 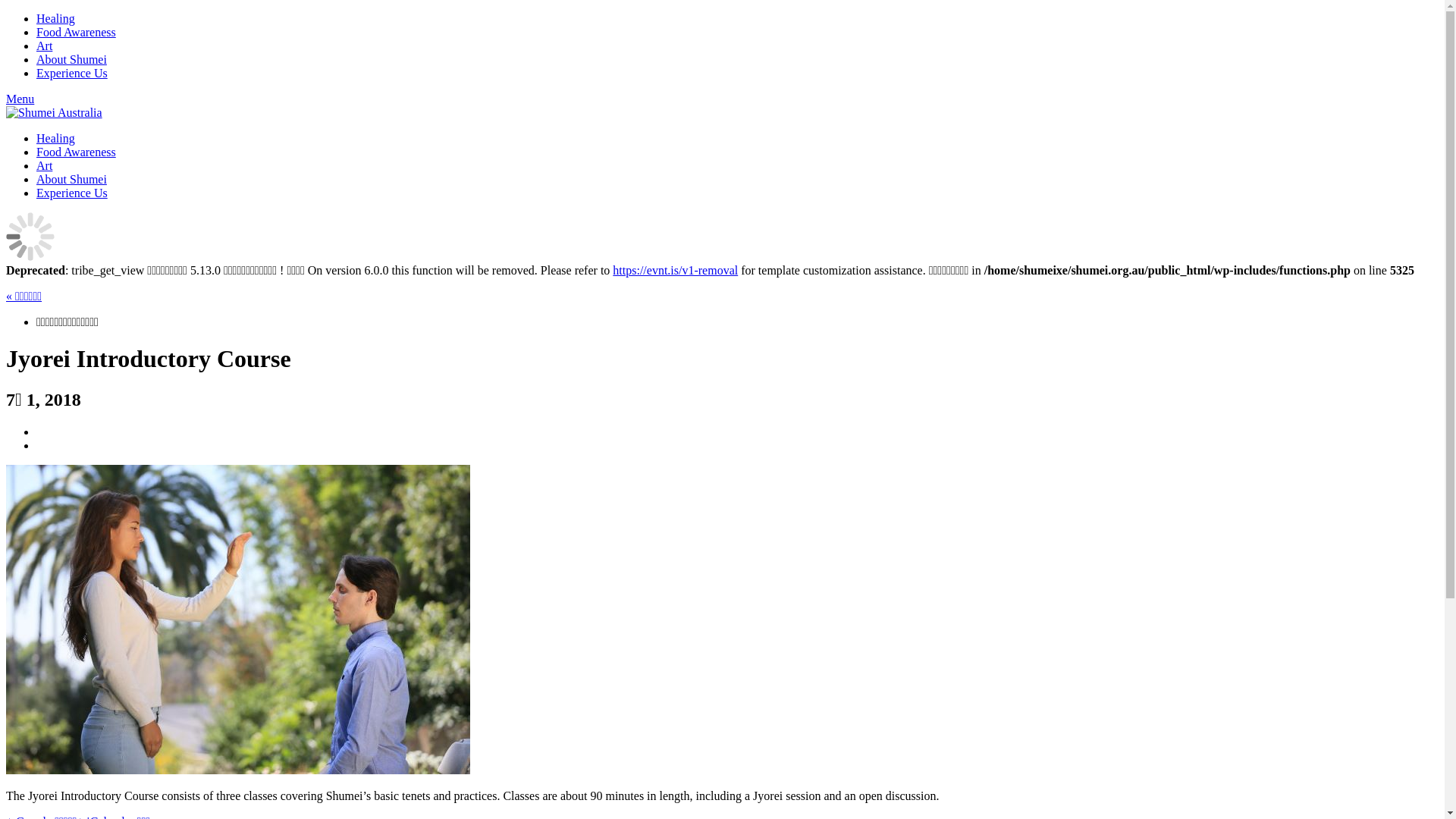 What do you see at coordinates (71, 58) in the screenshot?
I see `'About Shumei'` at bounding box center [71, 58].